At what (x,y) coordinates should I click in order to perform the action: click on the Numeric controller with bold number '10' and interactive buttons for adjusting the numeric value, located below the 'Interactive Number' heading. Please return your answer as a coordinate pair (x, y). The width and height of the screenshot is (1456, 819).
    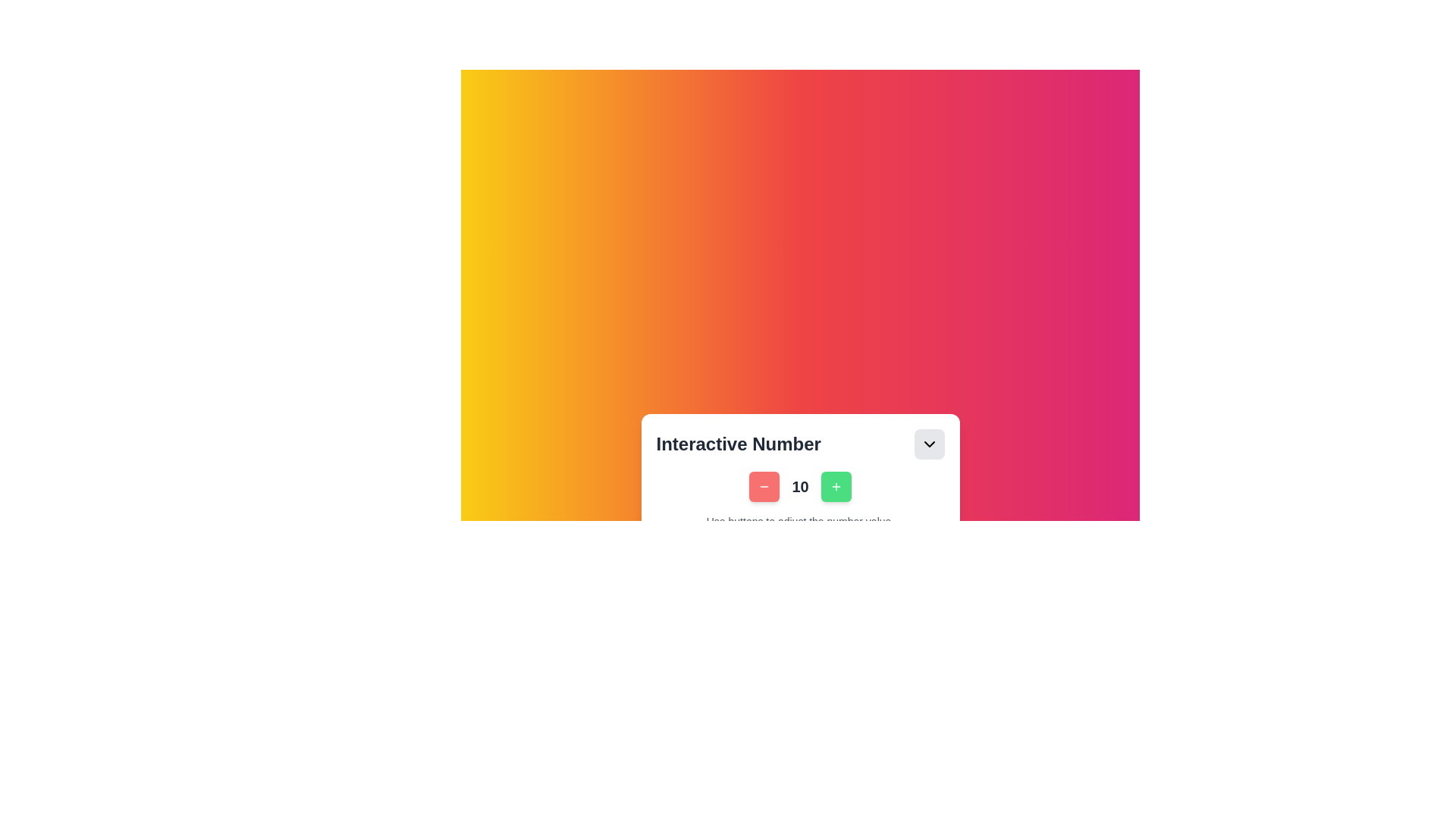
    Looking at the image, I should click on (799, 500).